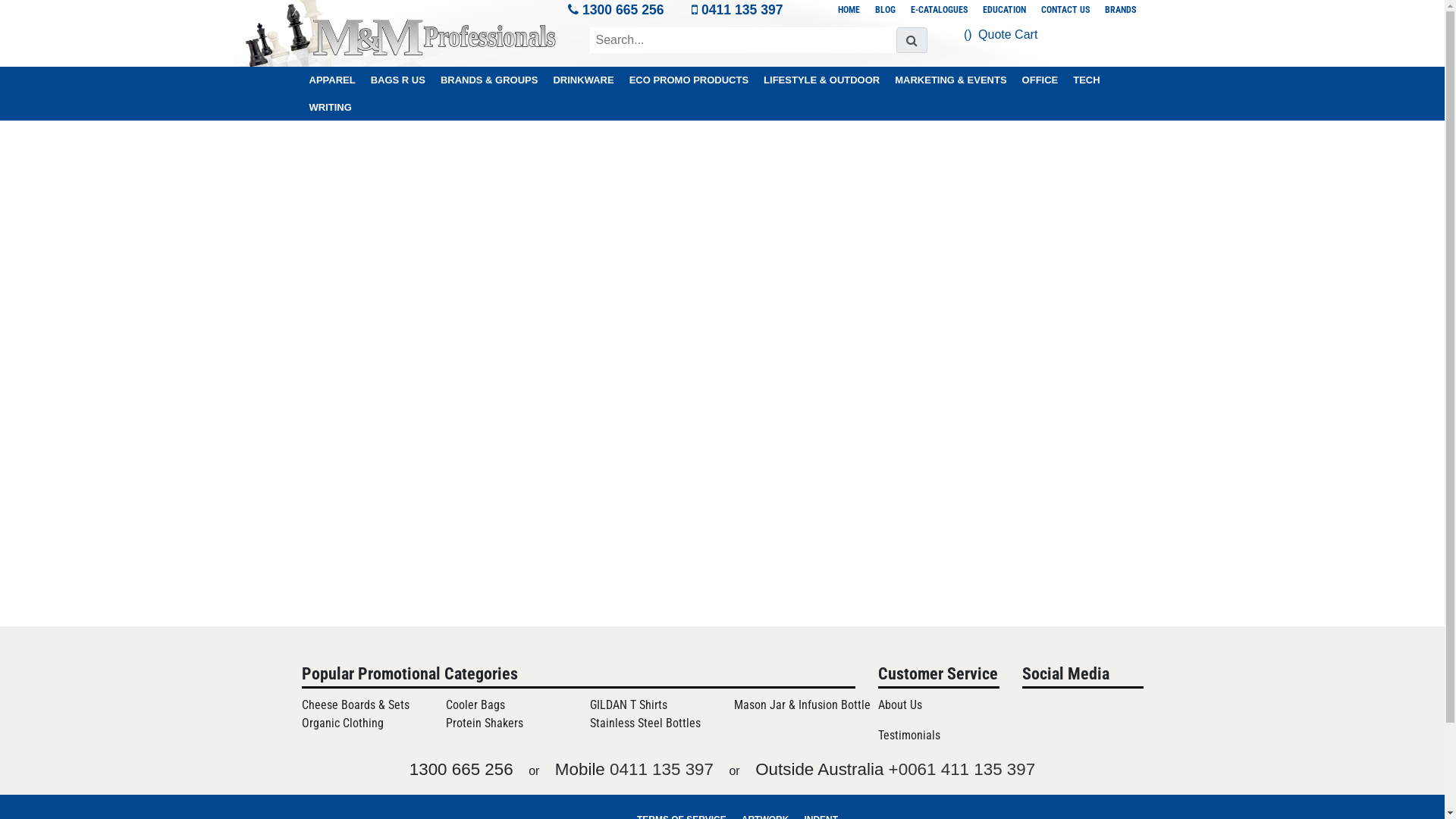 The height and width of the screenshot is (819, 1456). I want to click on 'About Us', so click(877, 704).